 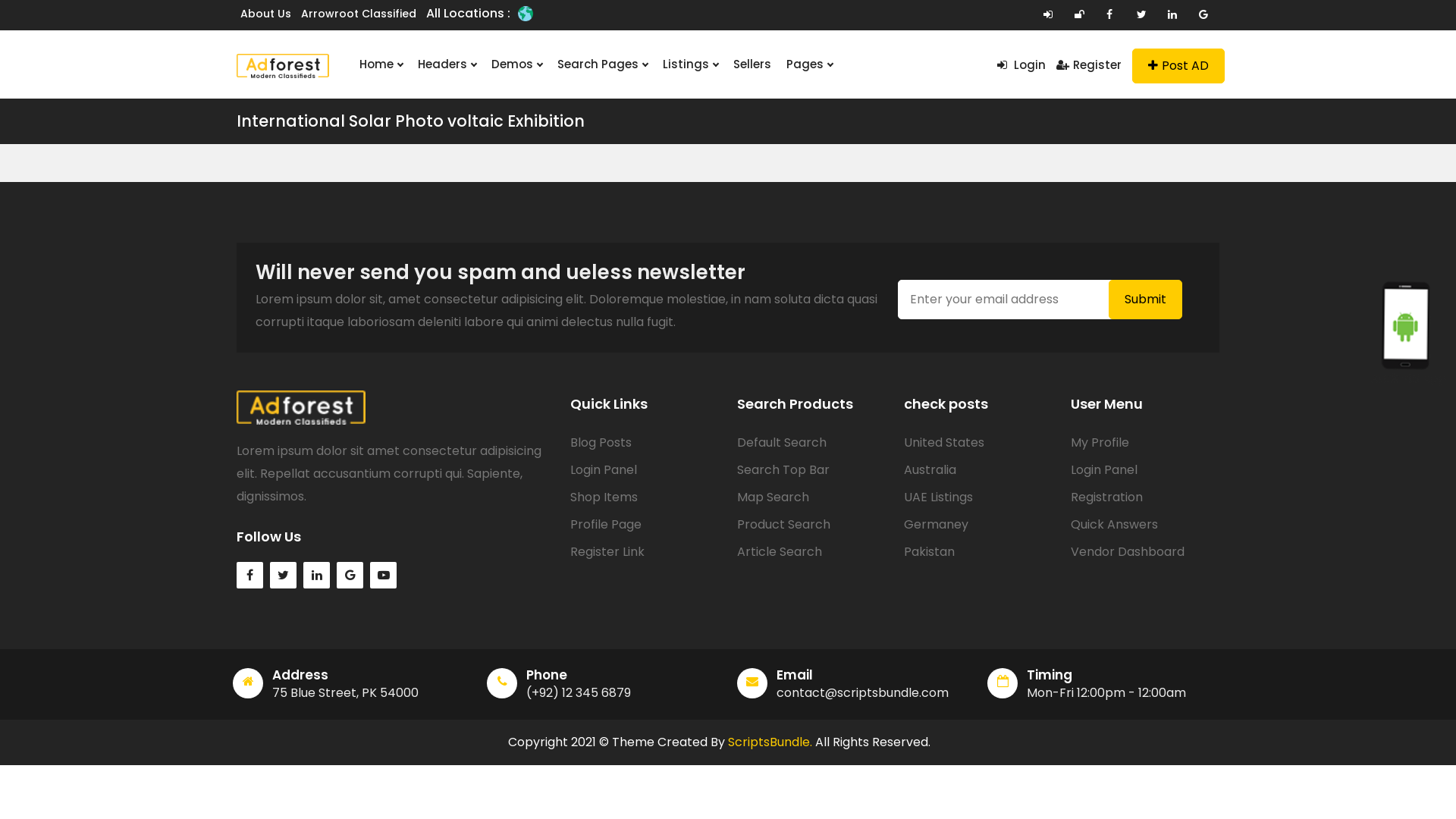 I want to click on 'Article Search', so click(x=779, y=551).